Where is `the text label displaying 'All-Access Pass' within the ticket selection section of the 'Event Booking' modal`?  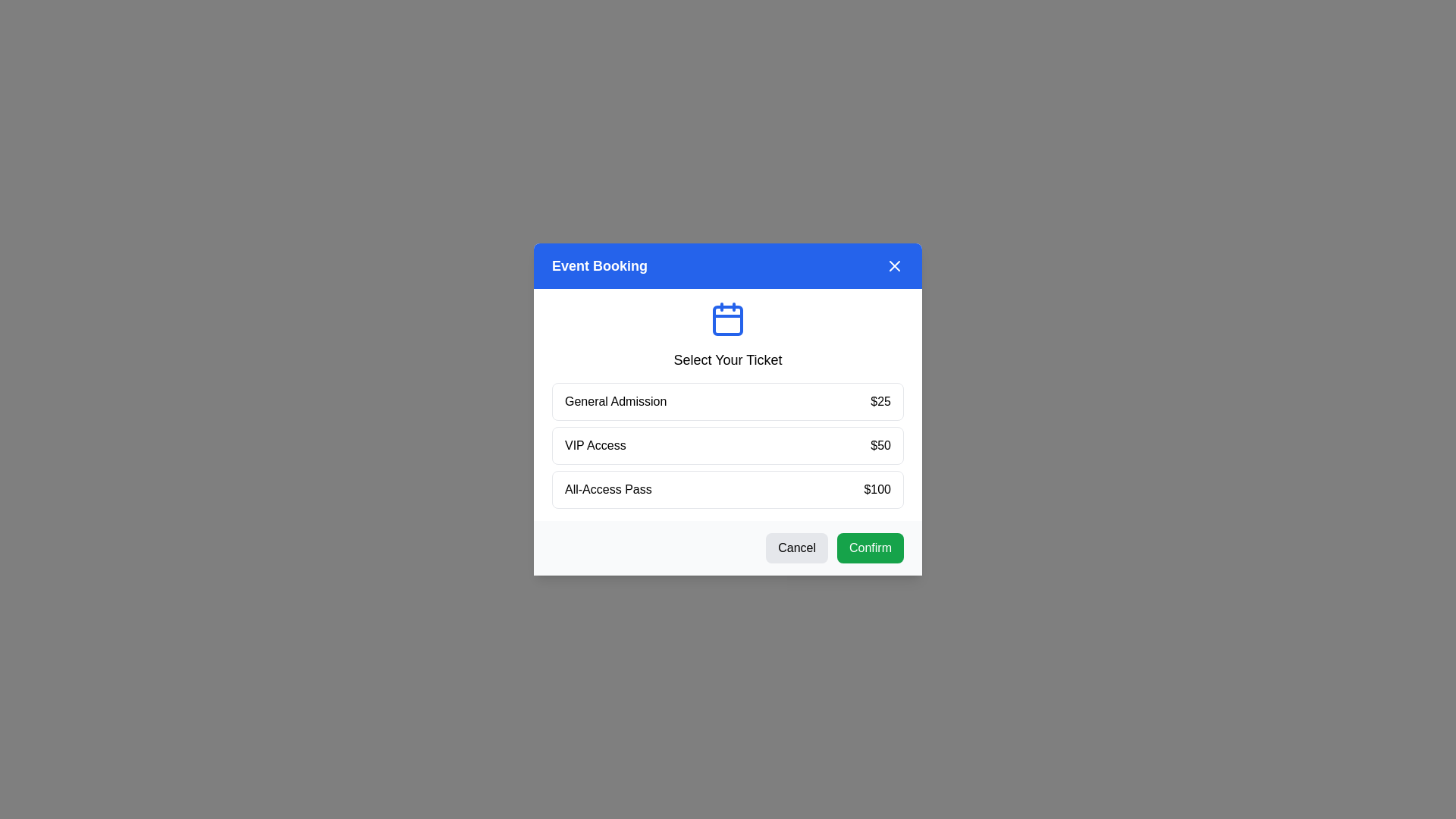 the text label displaying 'All-Access Pass' within the ticket selection section of the 'Event Booking' modal is located at coordinates (608, 489).